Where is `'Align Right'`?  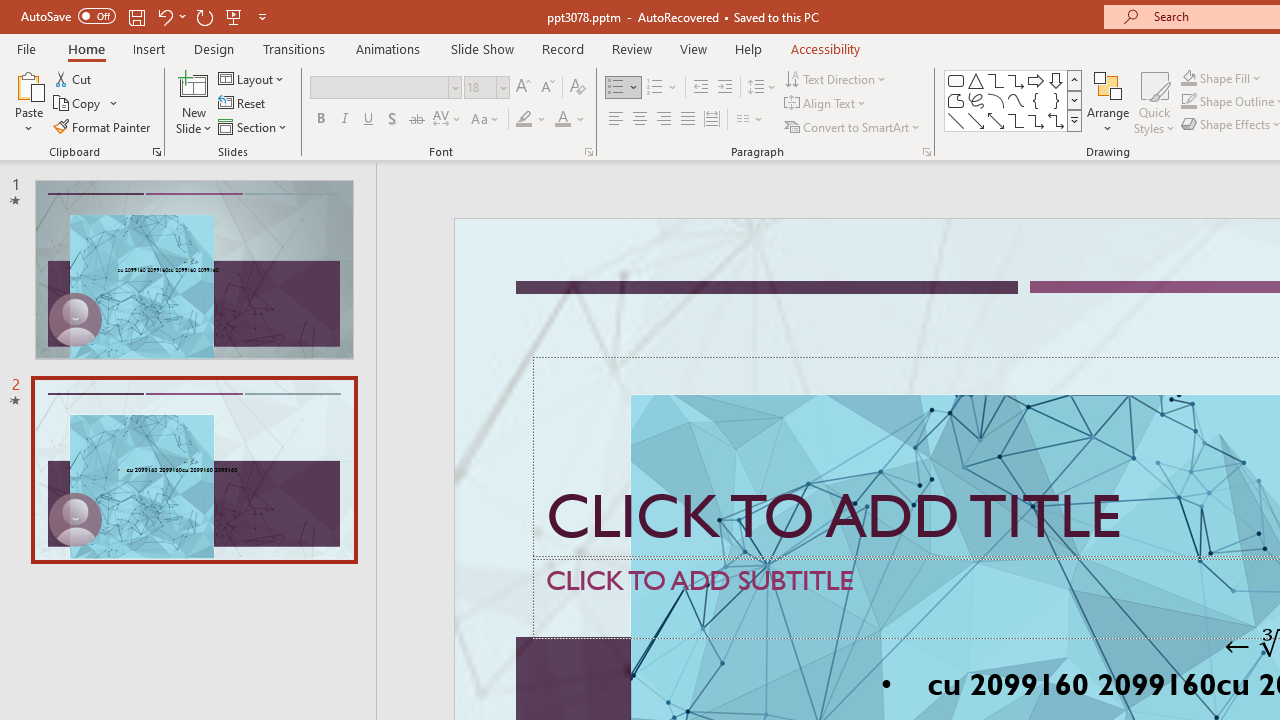 'Align Right' is located at coordinates (663, 119).